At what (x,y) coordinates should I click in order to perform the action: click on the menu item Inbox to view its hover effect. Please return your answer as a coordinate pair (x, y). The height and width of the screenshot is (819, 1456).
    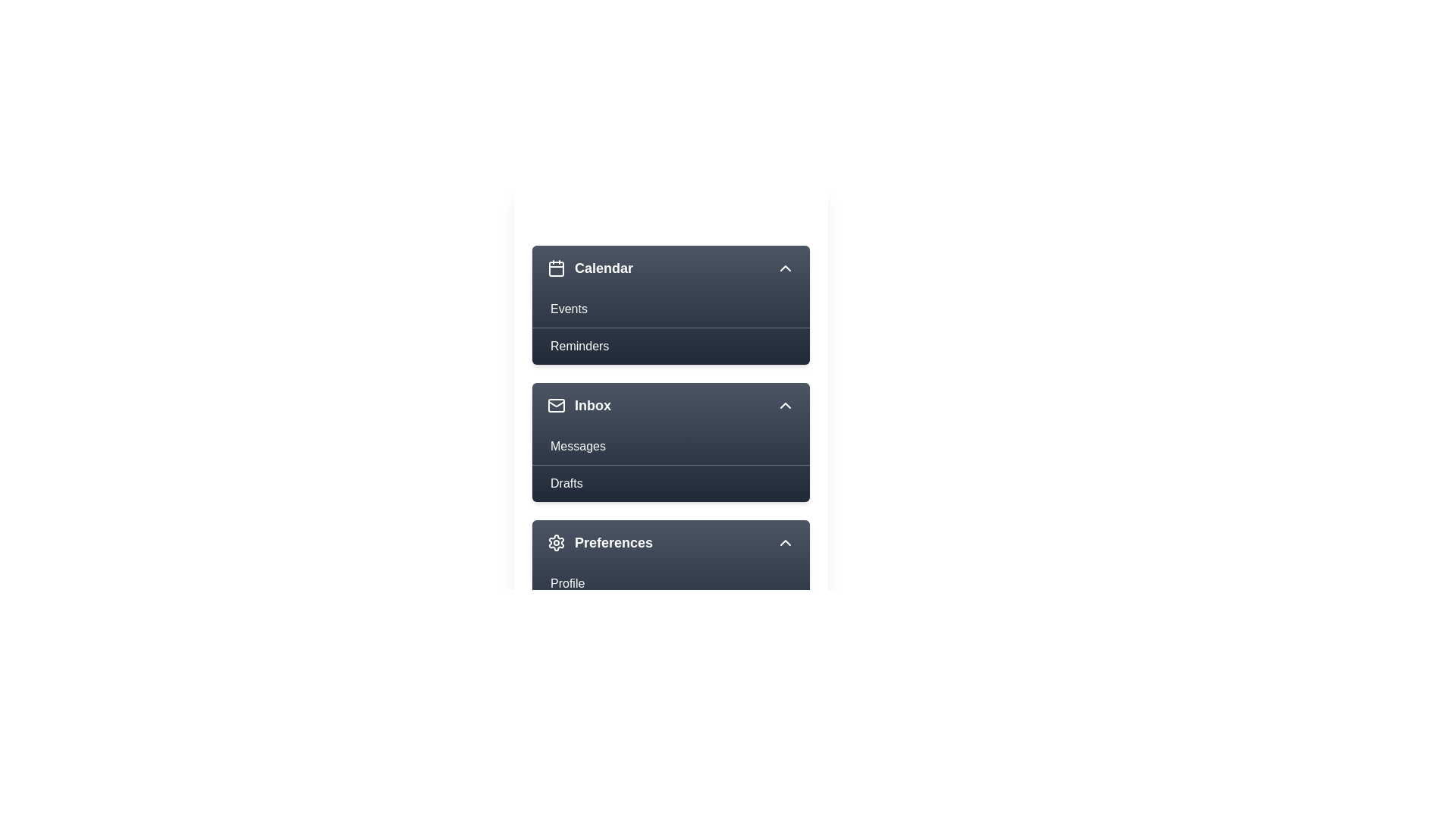
    Looking at the image, I should click on (670, 405).